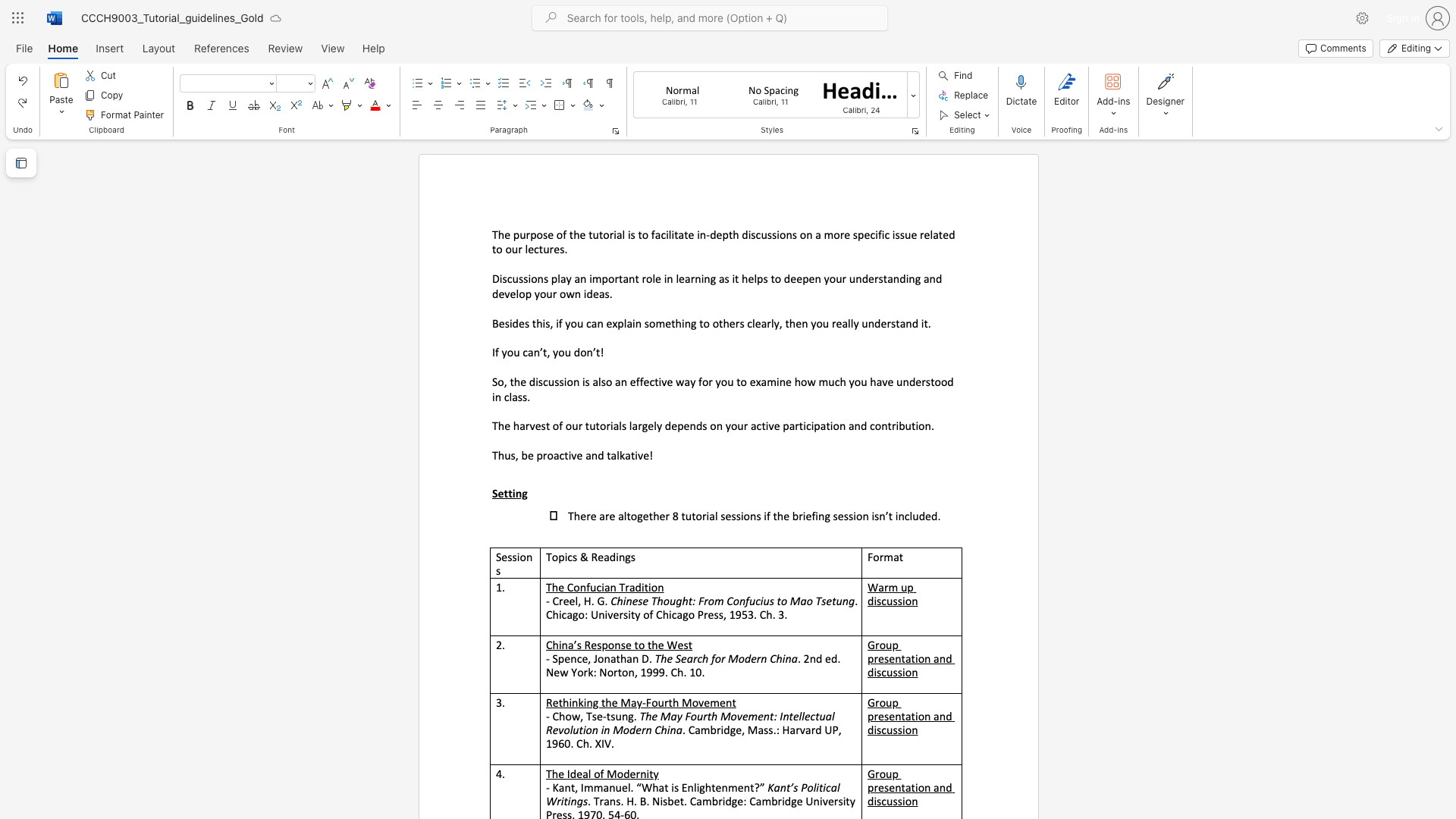  Describe the element at coordinates (546, 742) in the screenshot. I see `the subset text "1960. Ch. XIV." within the text ". Cambridge, Mass.: Harvard UP, 1960. Ch. XIV."` at that location.